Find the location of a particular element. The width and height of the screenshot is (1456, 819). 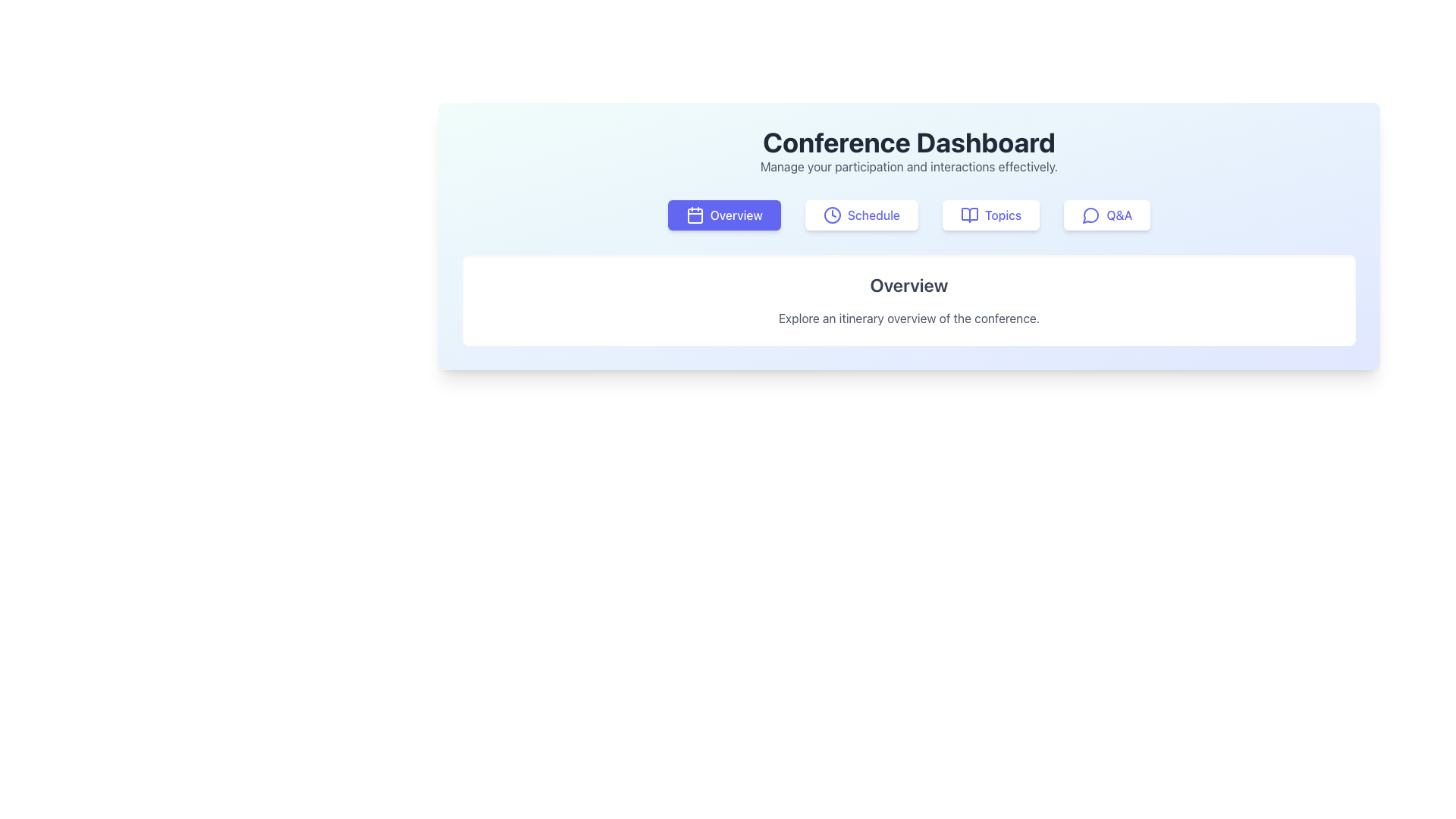

the 'Q&A' button, which is a rectangular button with rounded corners, featuring white background and indigo text with a speech bubble icon is located at coordinates (1106, 215).